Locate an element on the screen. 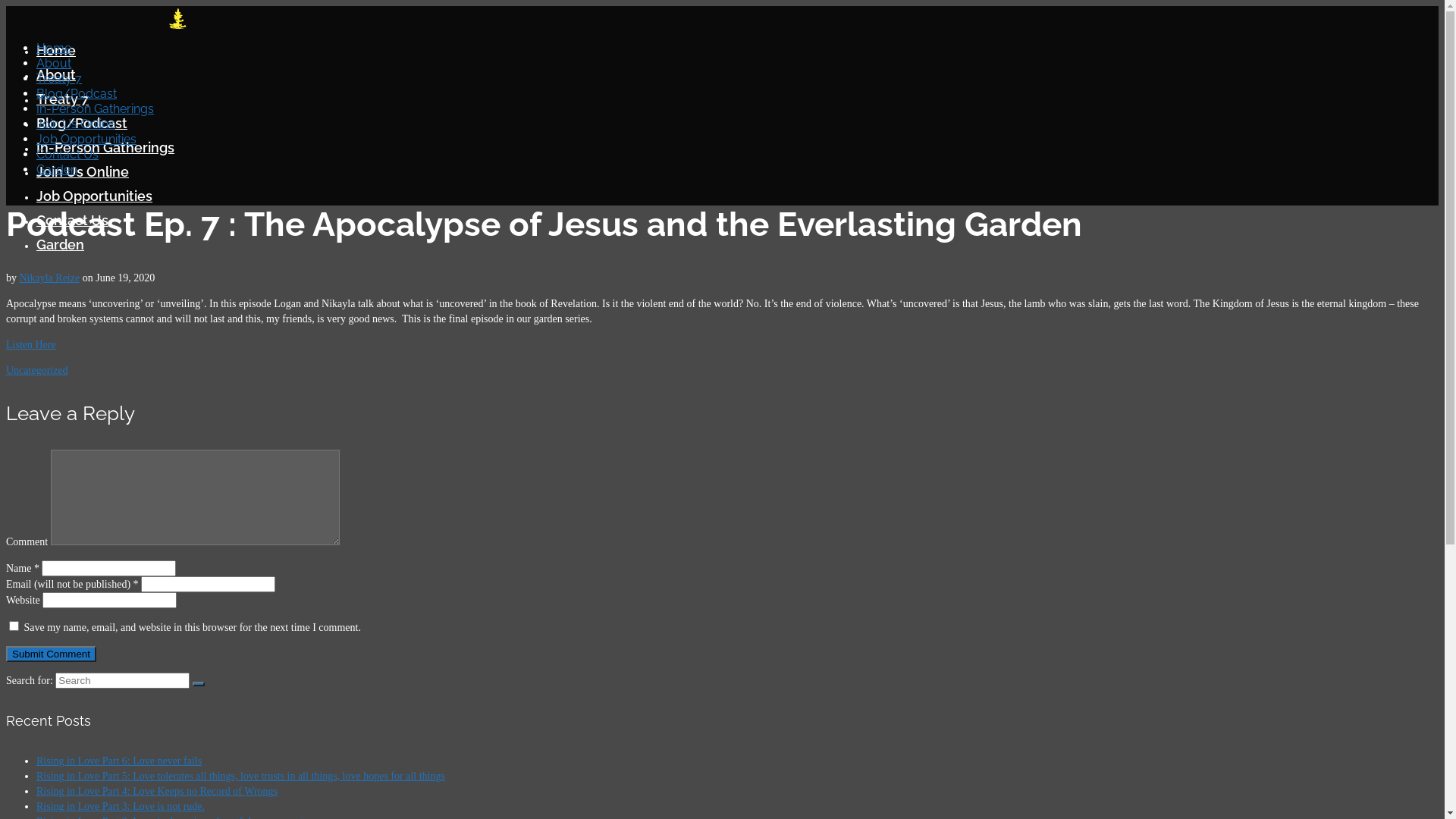  'Blog/Podcast' is located at coordinates (80, 122).